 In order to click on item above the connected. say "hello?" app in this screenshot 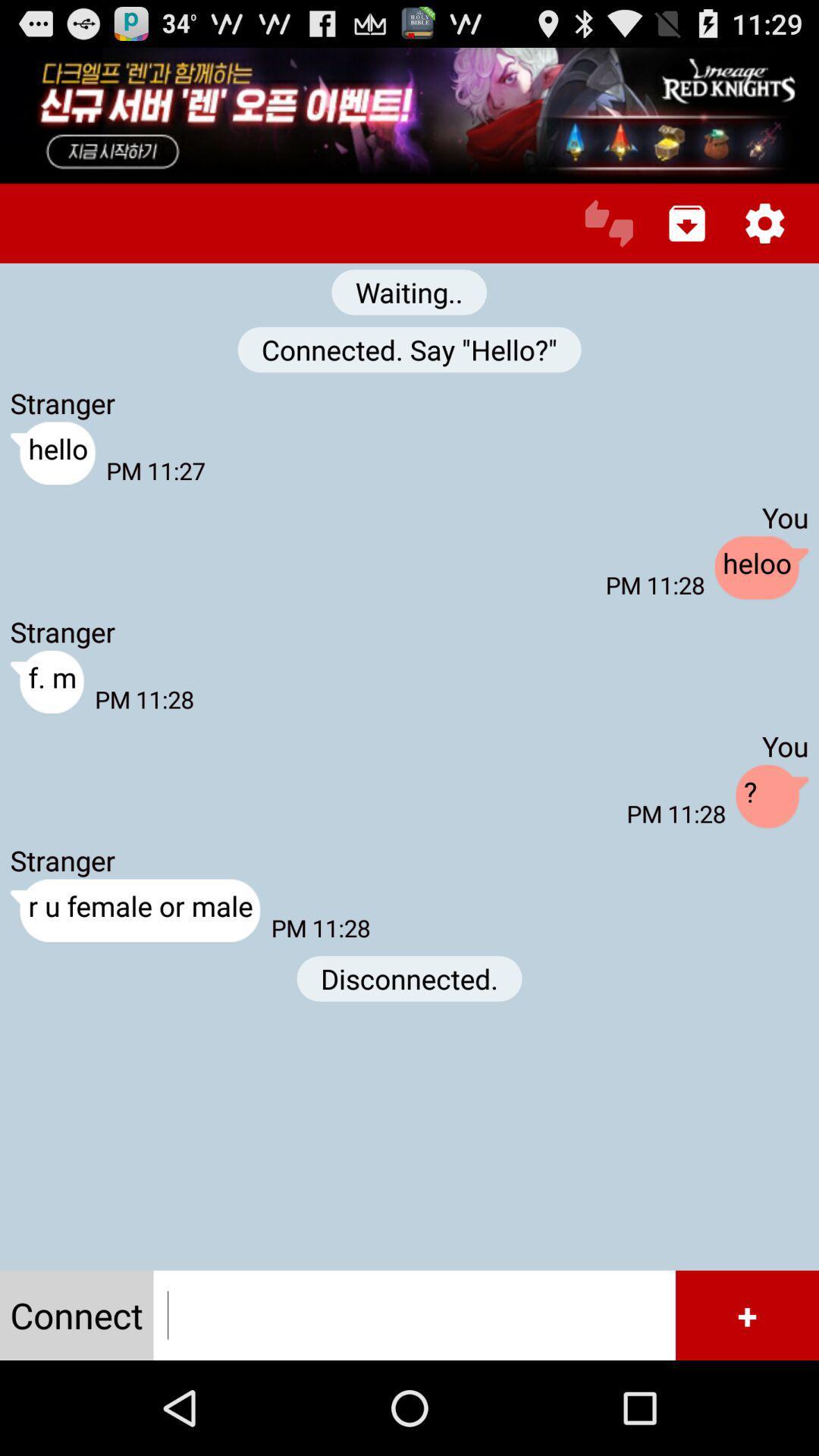, I will do `click(408, 292)`.